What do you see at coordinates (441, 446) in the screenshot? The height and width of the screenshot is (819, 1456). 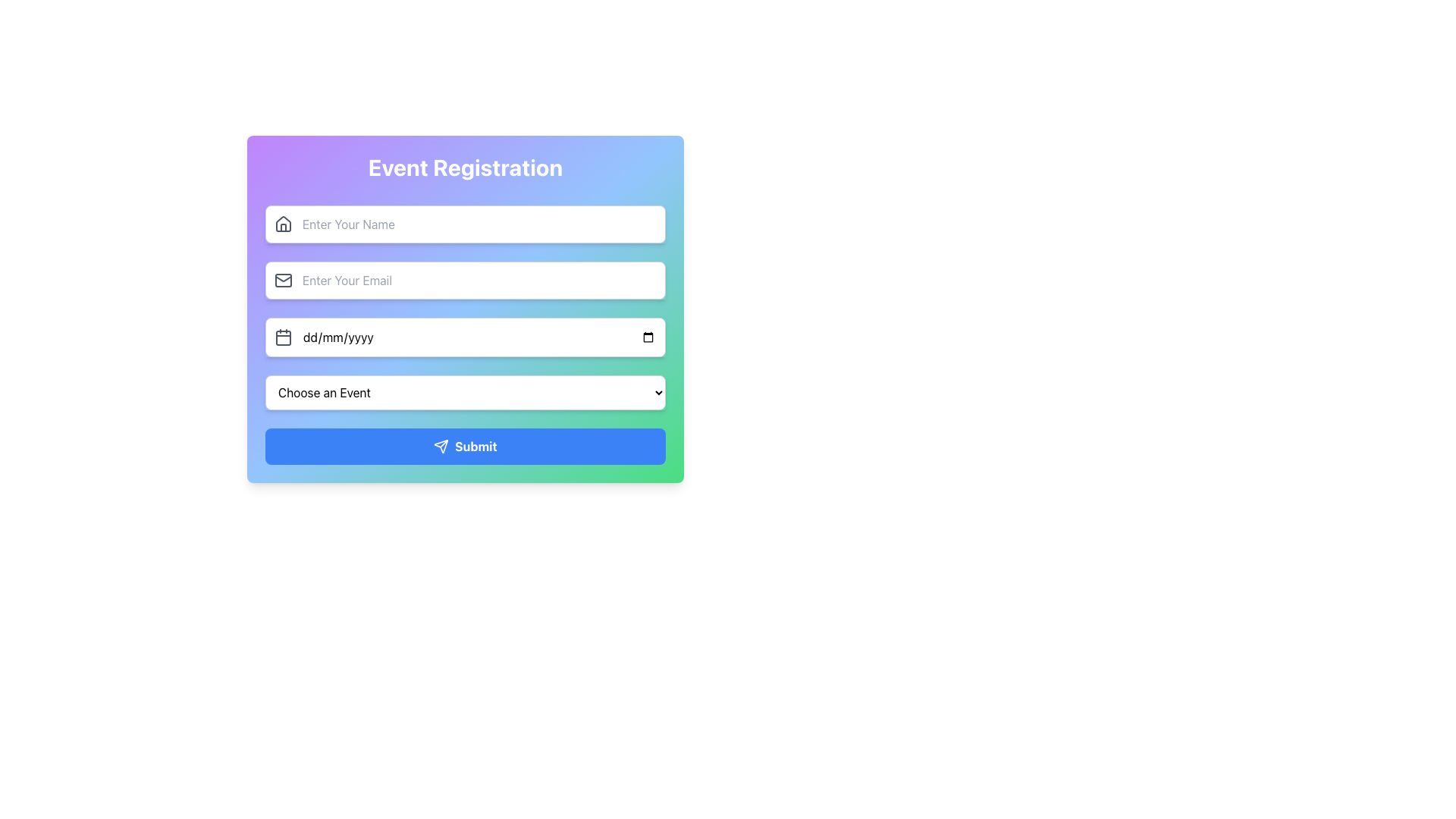 I see `the paper plane icon located inside the 'Submit' button at the bottom of the form` at bounding box center [441, 446].